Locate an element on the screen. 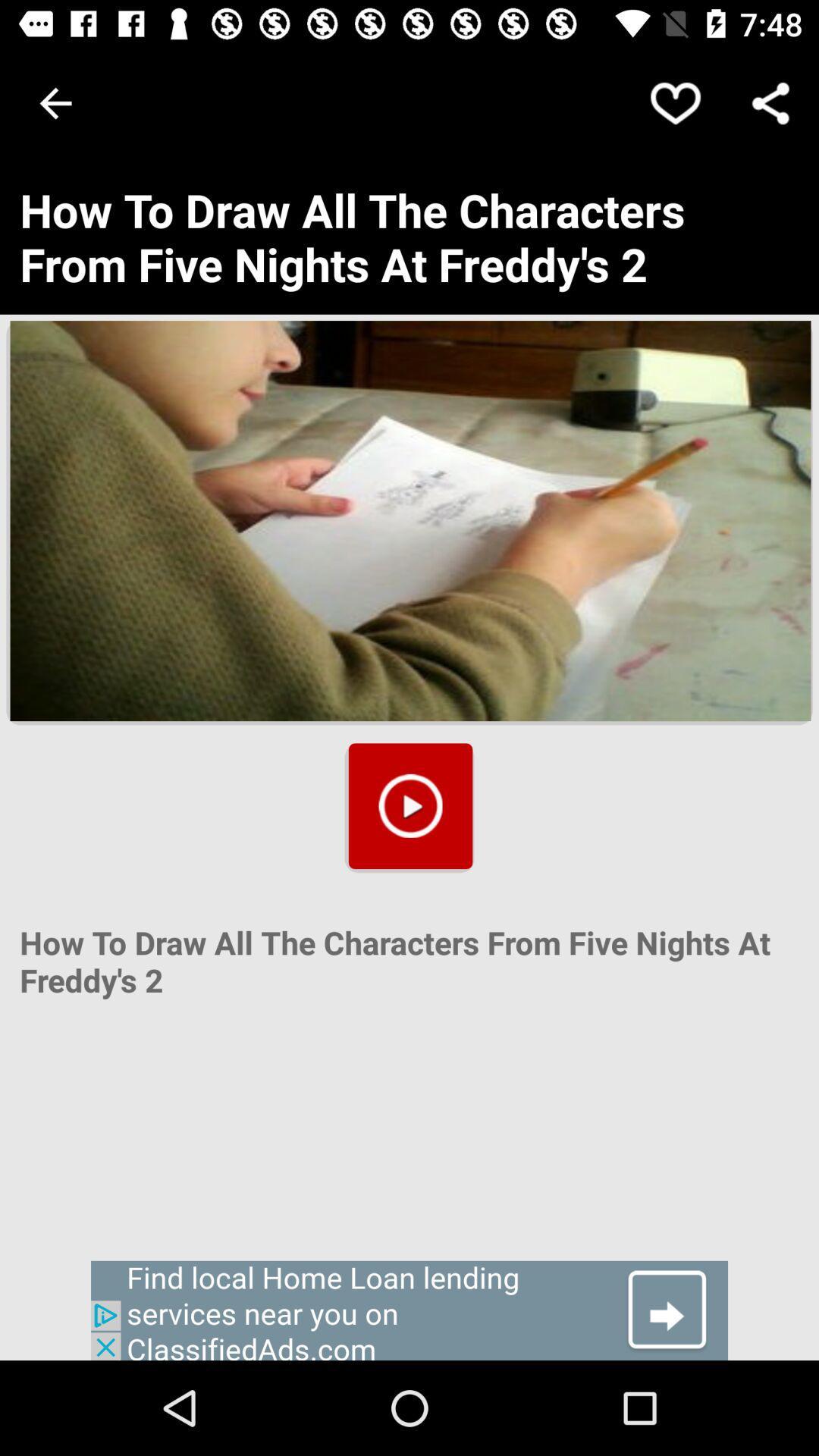  advertisement is located at coordinates (409, 1310).